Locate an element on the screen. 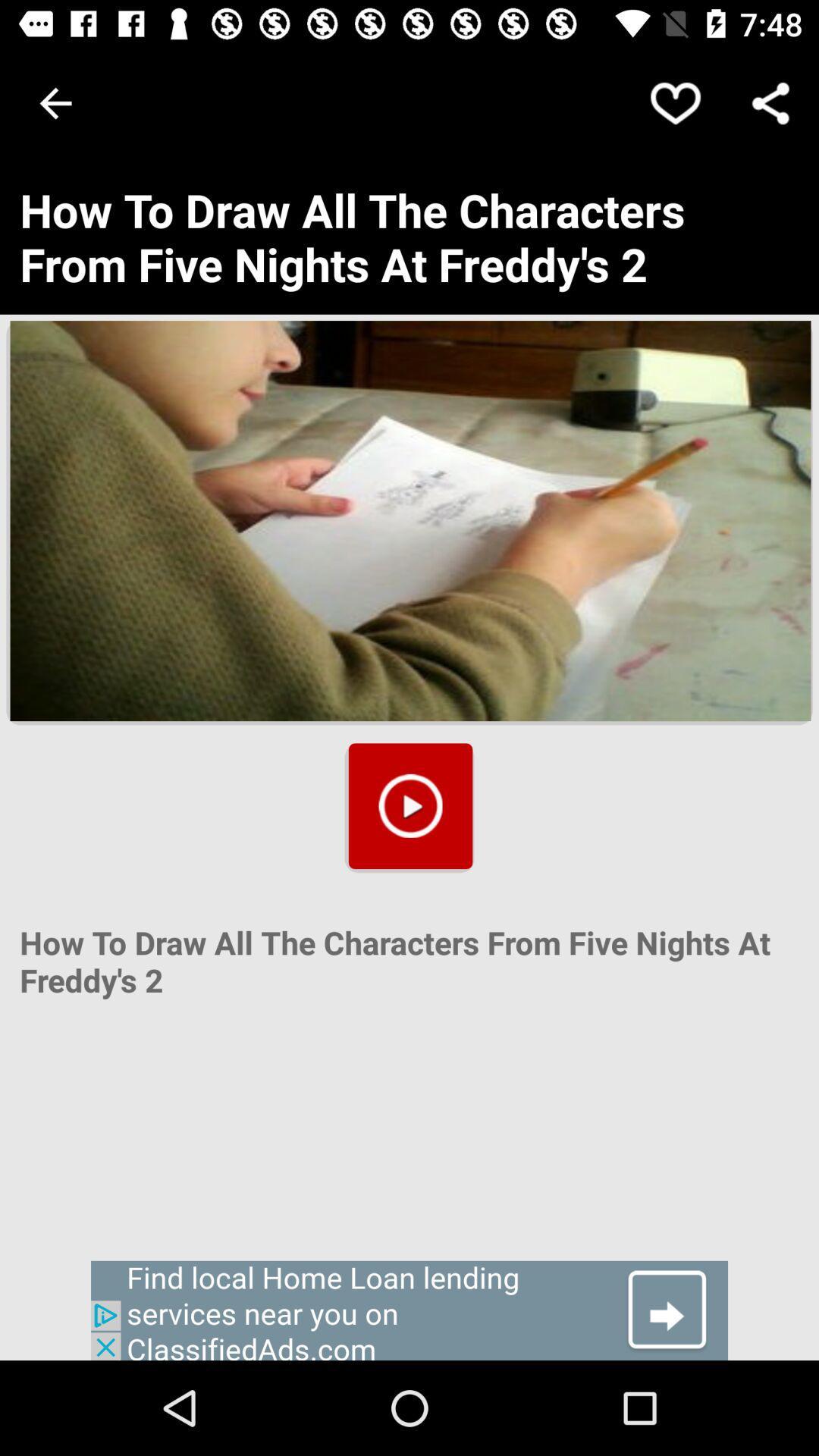  advertisement is located at coordinates (409, 1310).